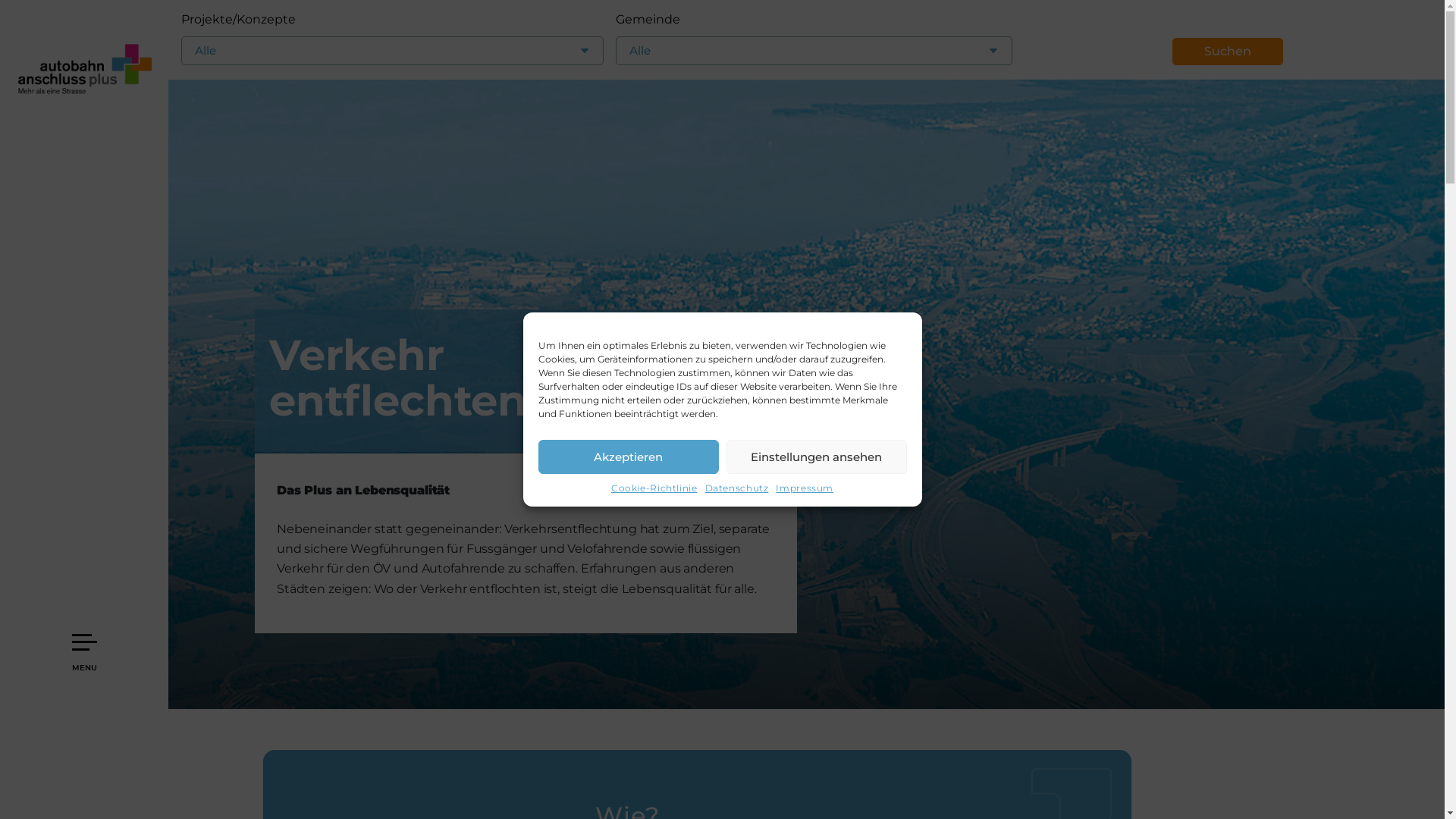 The image size is (1456, 819). What do you see at coordinates (815, 456) in the screenshot?
I see `'Einstellungen ansehen'` at bounding box center [815, 456].